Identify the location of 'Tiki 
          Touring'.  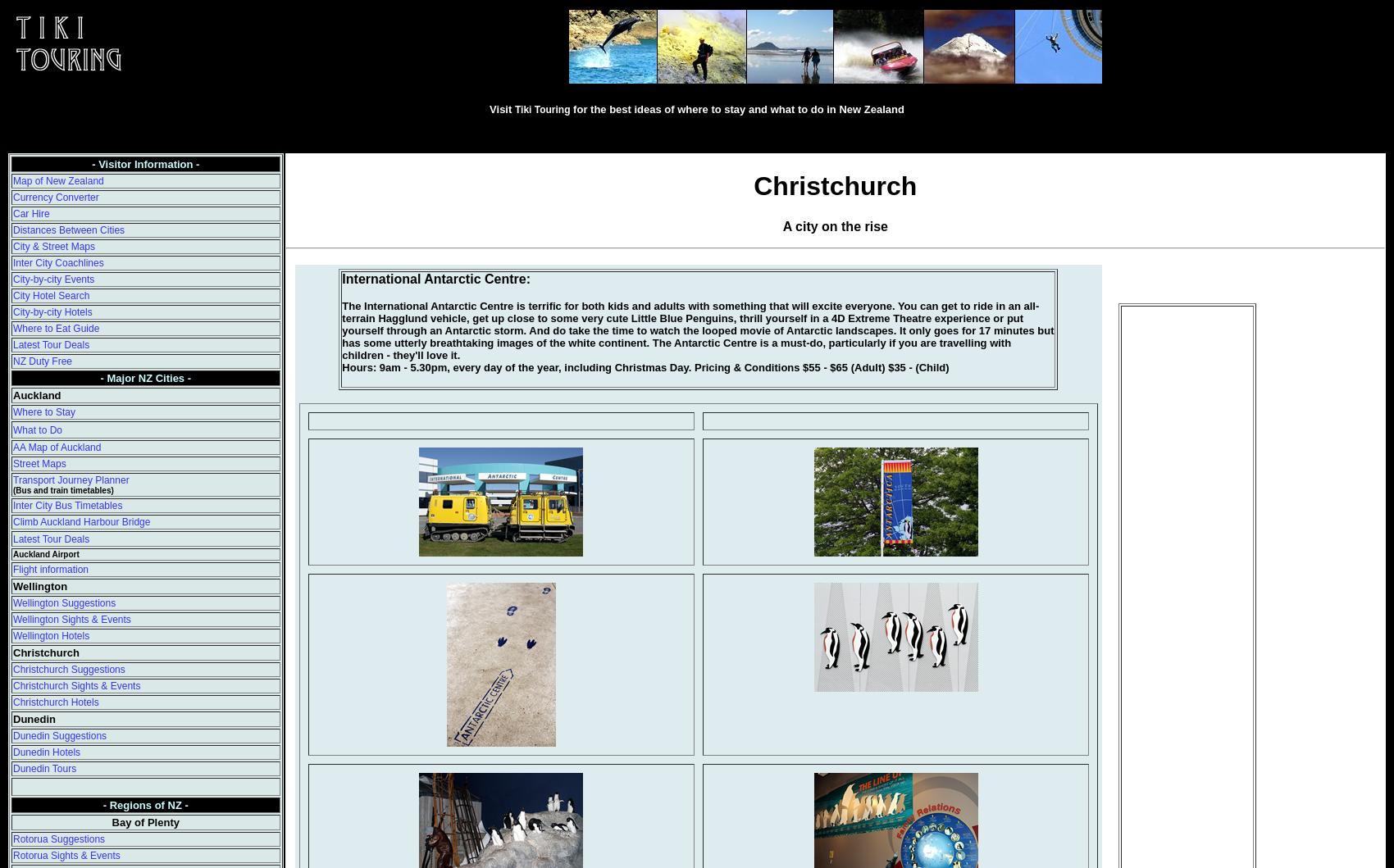
(512, 108).